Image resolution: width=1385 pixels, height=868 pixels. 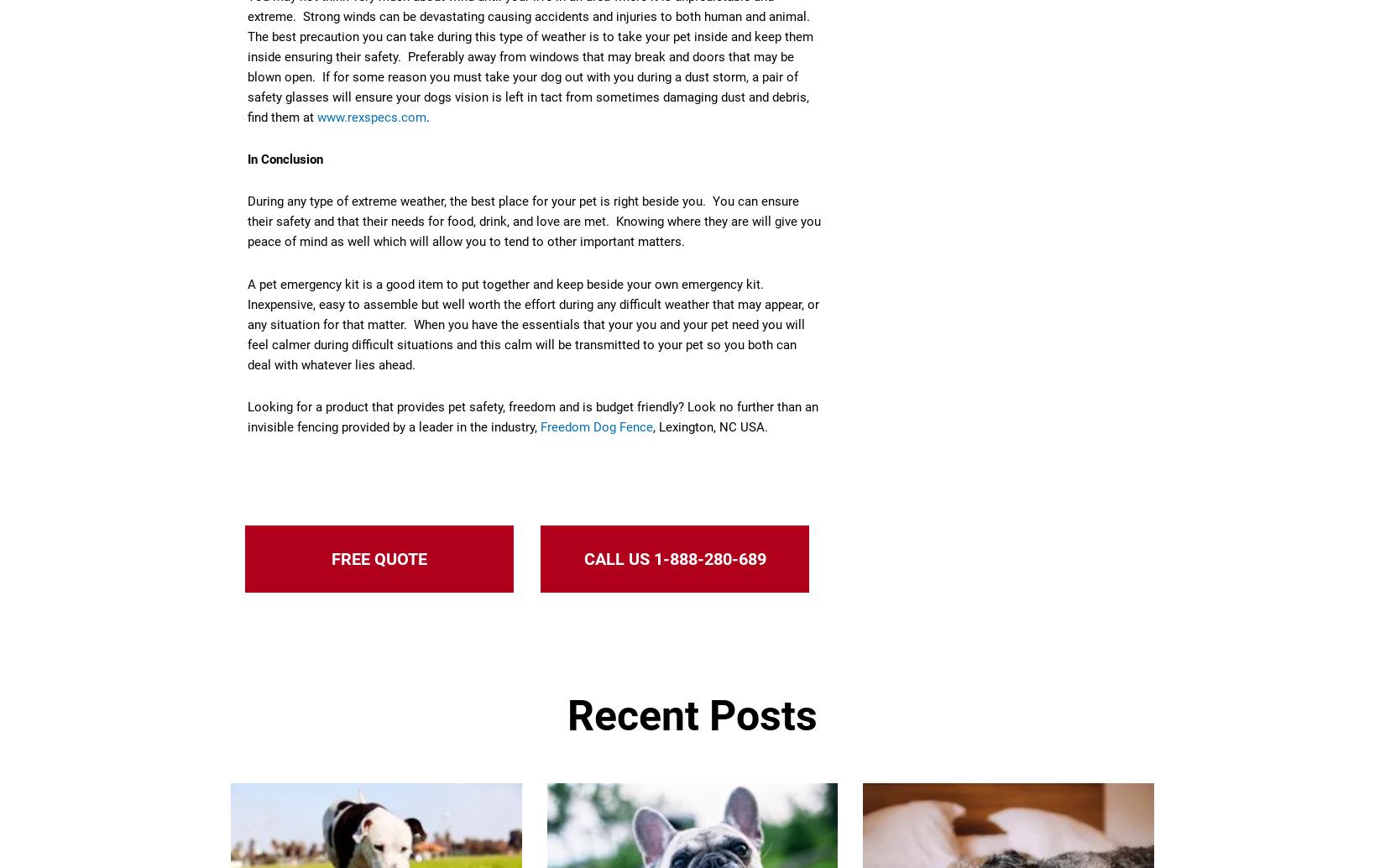 I want to click on 'Freedom Dog Fence', so click(x=595, y=426).